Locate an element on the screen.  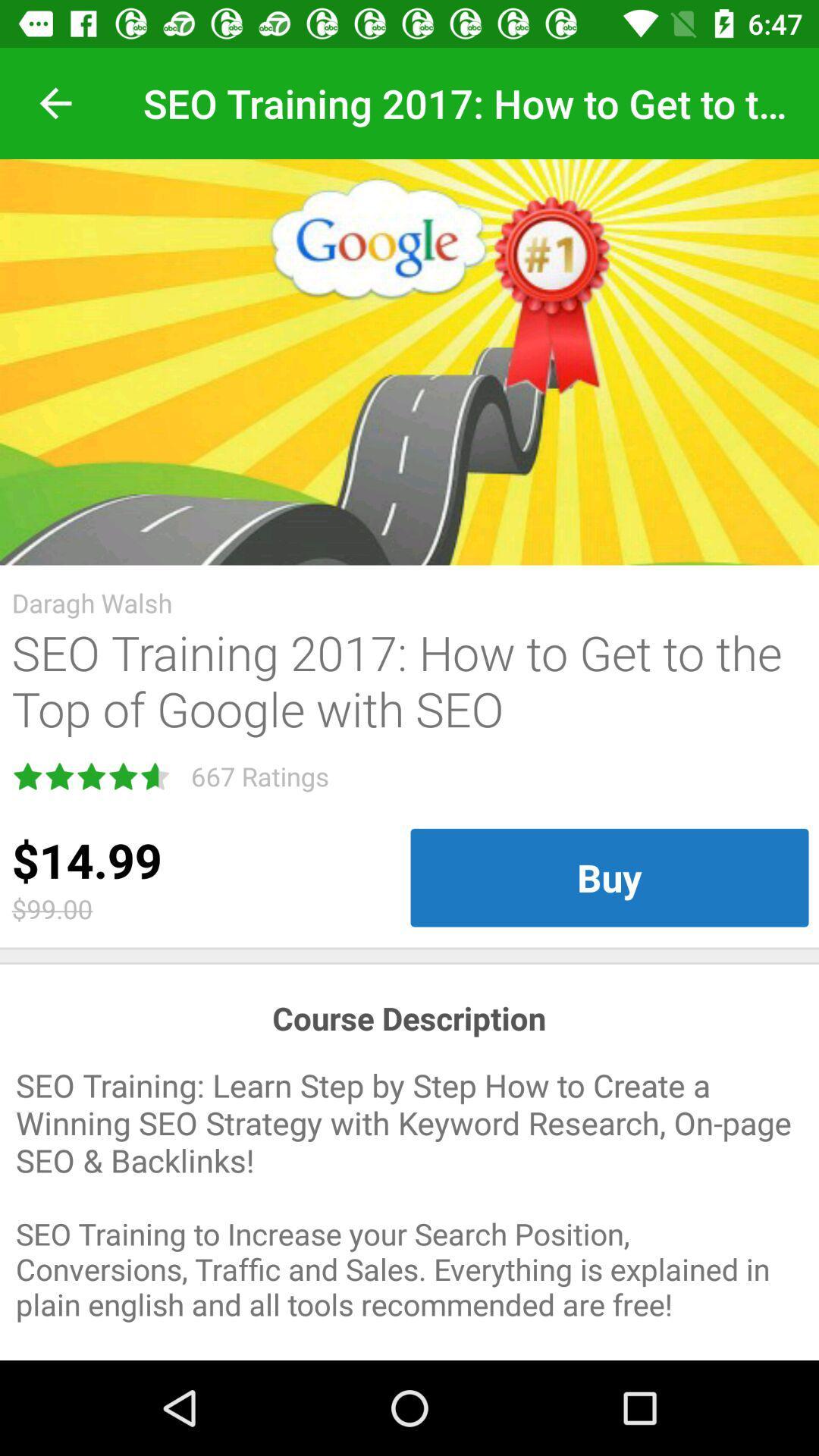
the item below seo training 2017 icon is located at coordinates (608, 877).